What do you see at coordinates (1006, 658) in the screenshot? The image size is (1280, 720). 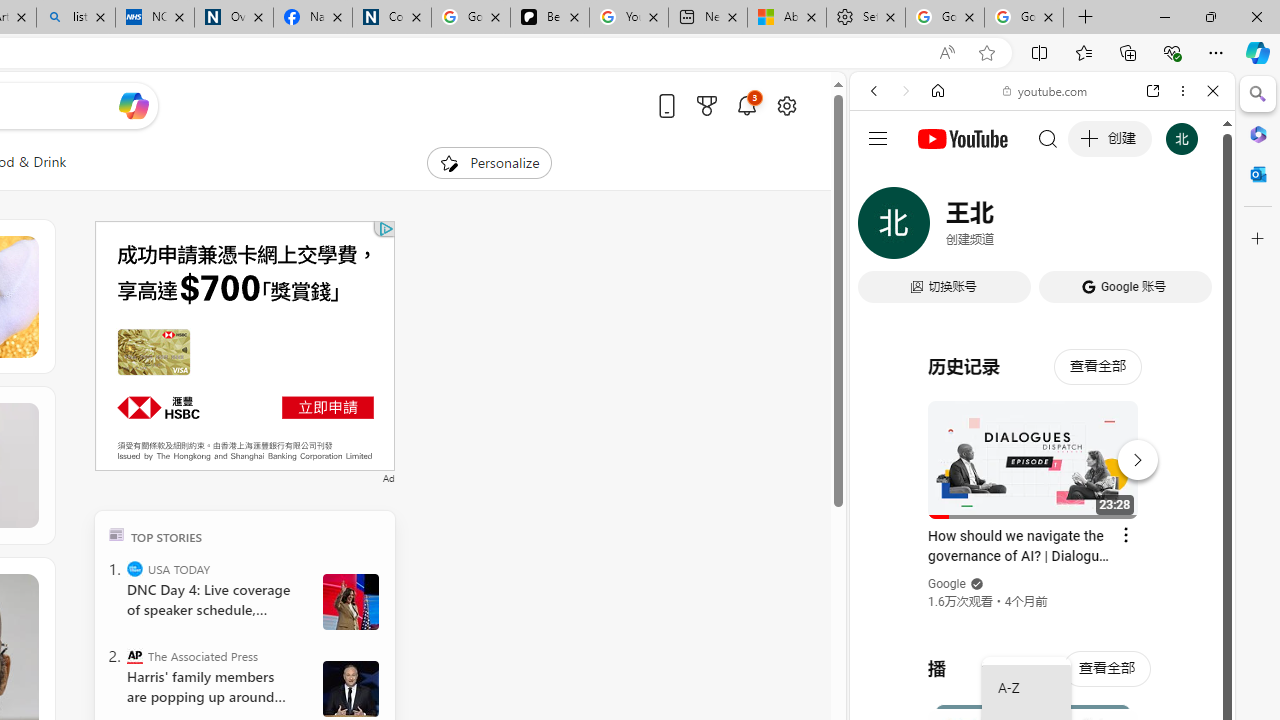 I see `'Search videos from youtube.com'` at bounding box center [1006, 658].